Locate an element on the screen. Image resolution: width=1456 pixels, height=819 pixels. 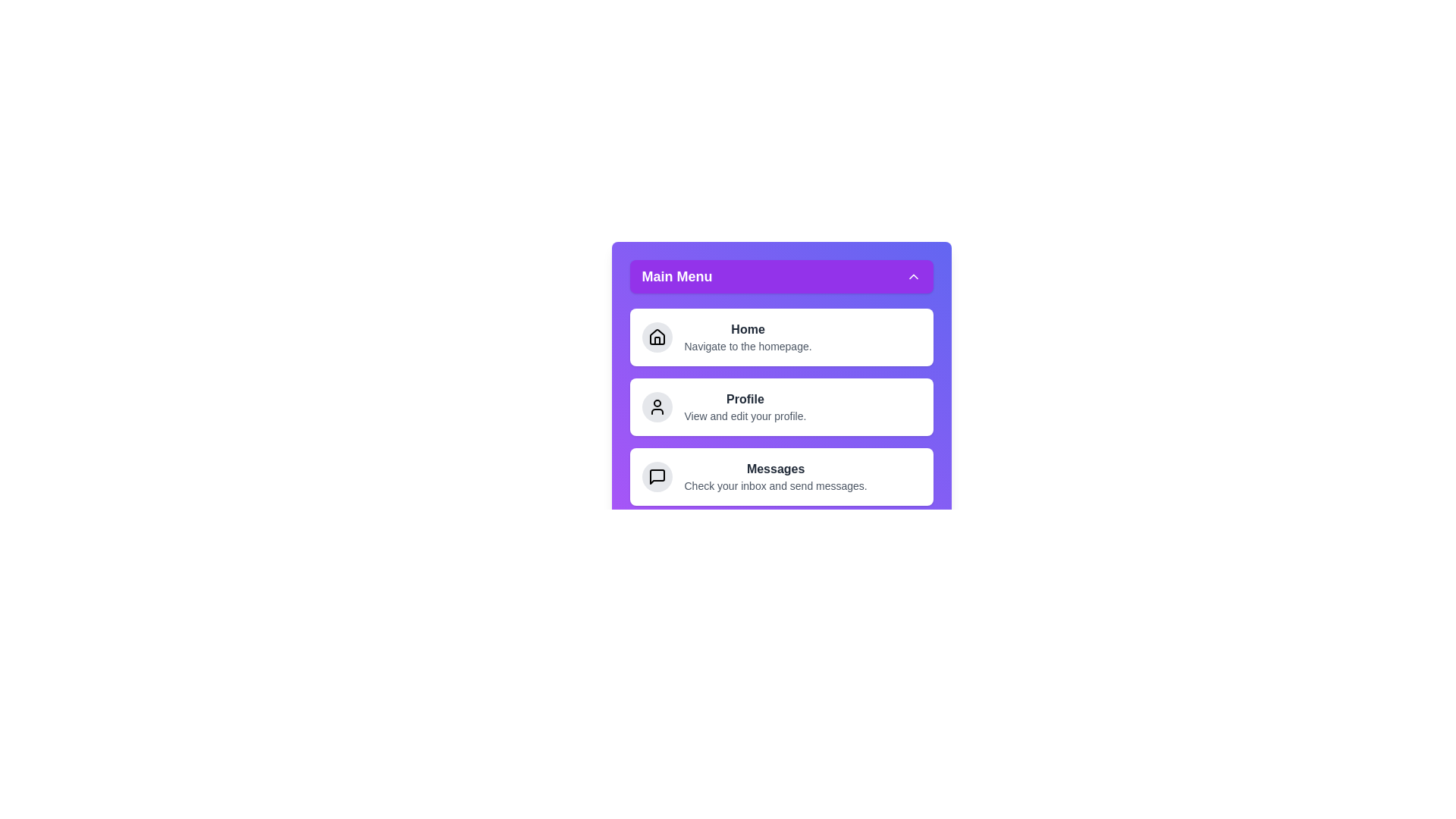
the menu item Home to navigate to its respective section is located at coordinates (781, 336).